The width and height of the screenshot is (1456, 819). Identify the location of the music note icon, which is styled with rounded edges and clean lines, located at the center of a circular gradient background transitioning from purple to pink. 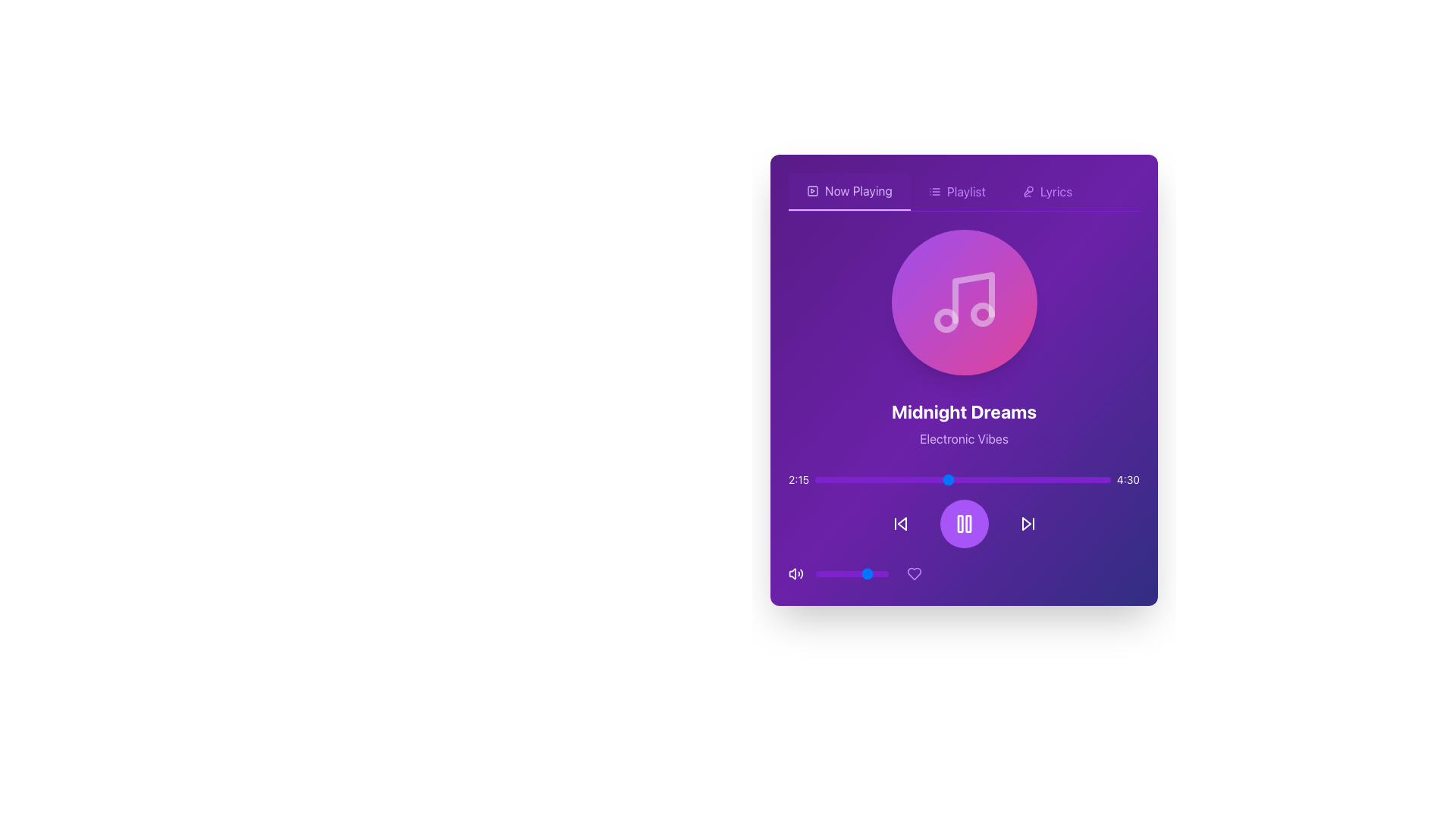
(963, 302).